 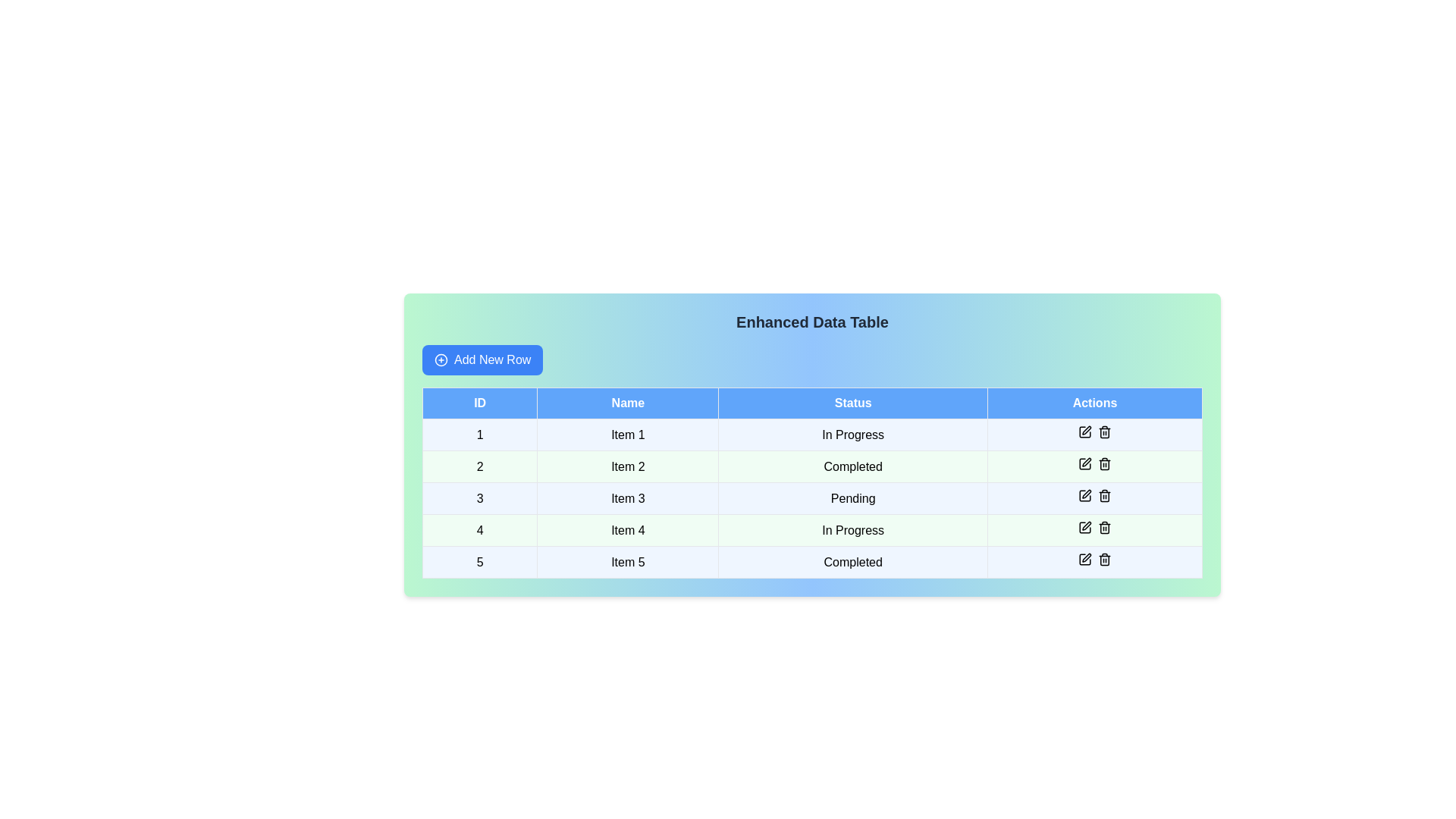 What do you see at coordinates (479, 562) in the screenshot?
I see `the static text label representing the unique identifier or serial number for the last row in the table under the 'ID' header` at bounding box center [479, 562].